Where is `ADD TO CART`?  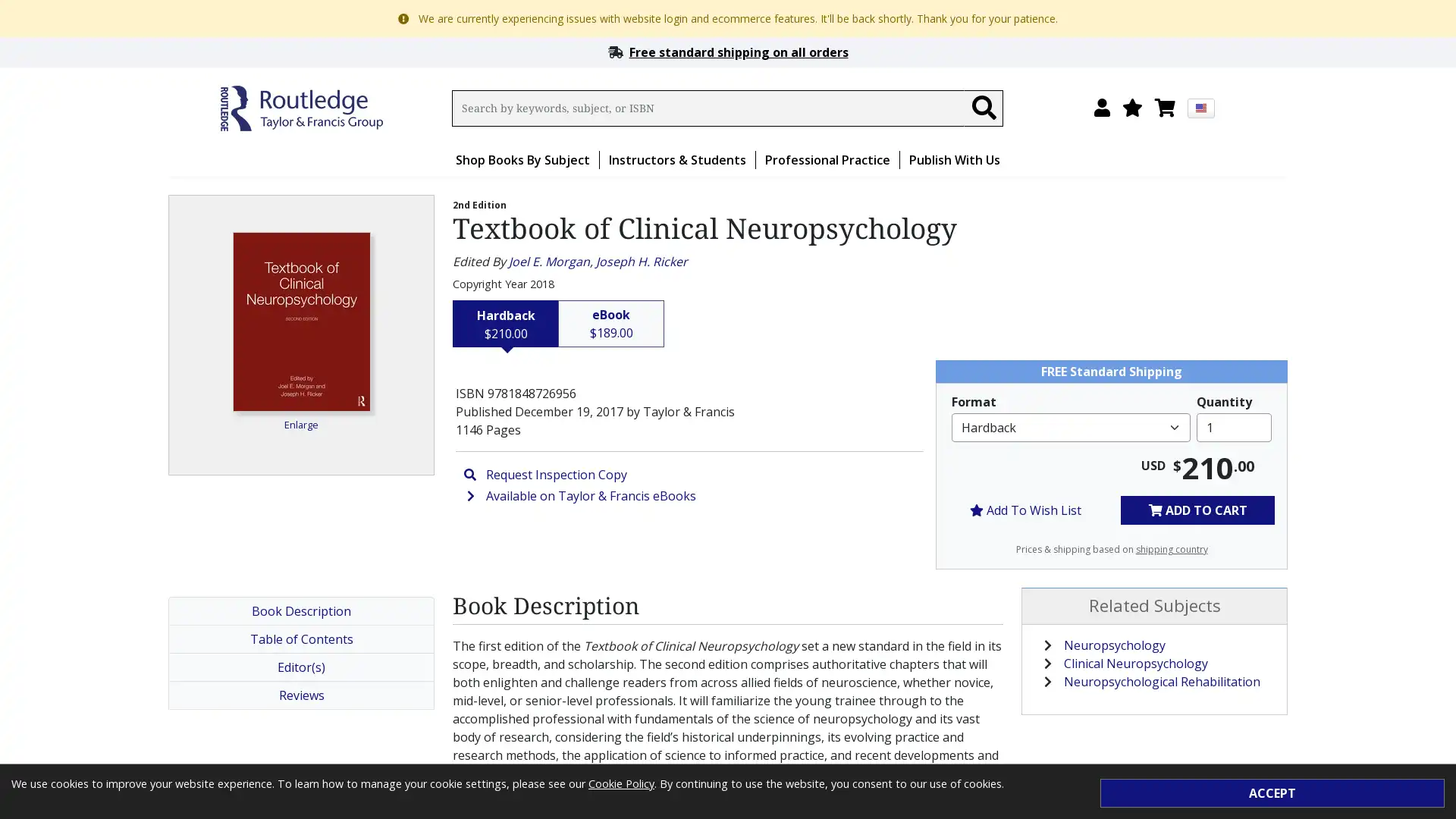
ADD TO CART is located at coordinates (1197, 510).